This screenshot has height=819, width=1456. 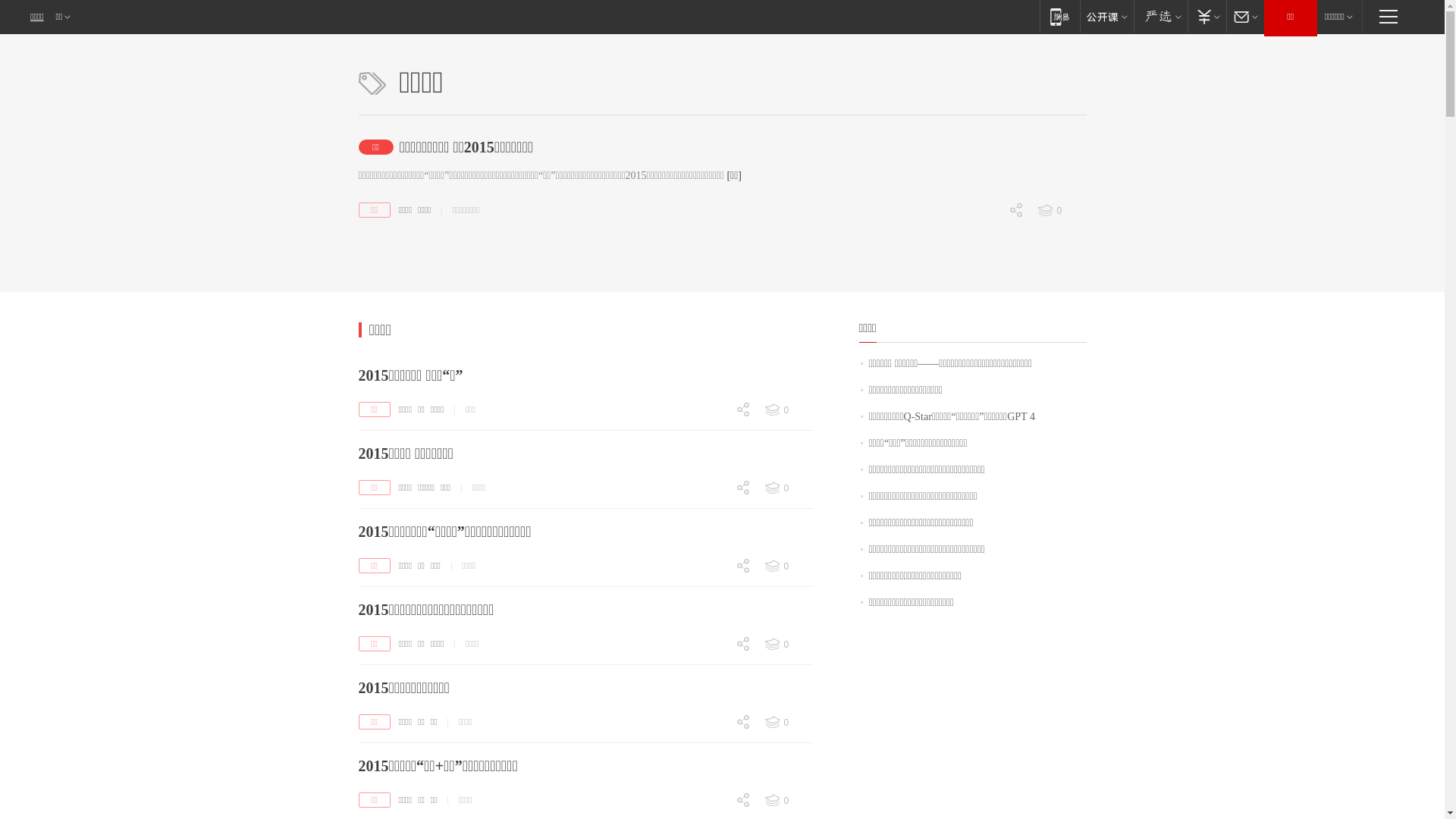 I want to click on '0', so click(x=787, y=800).